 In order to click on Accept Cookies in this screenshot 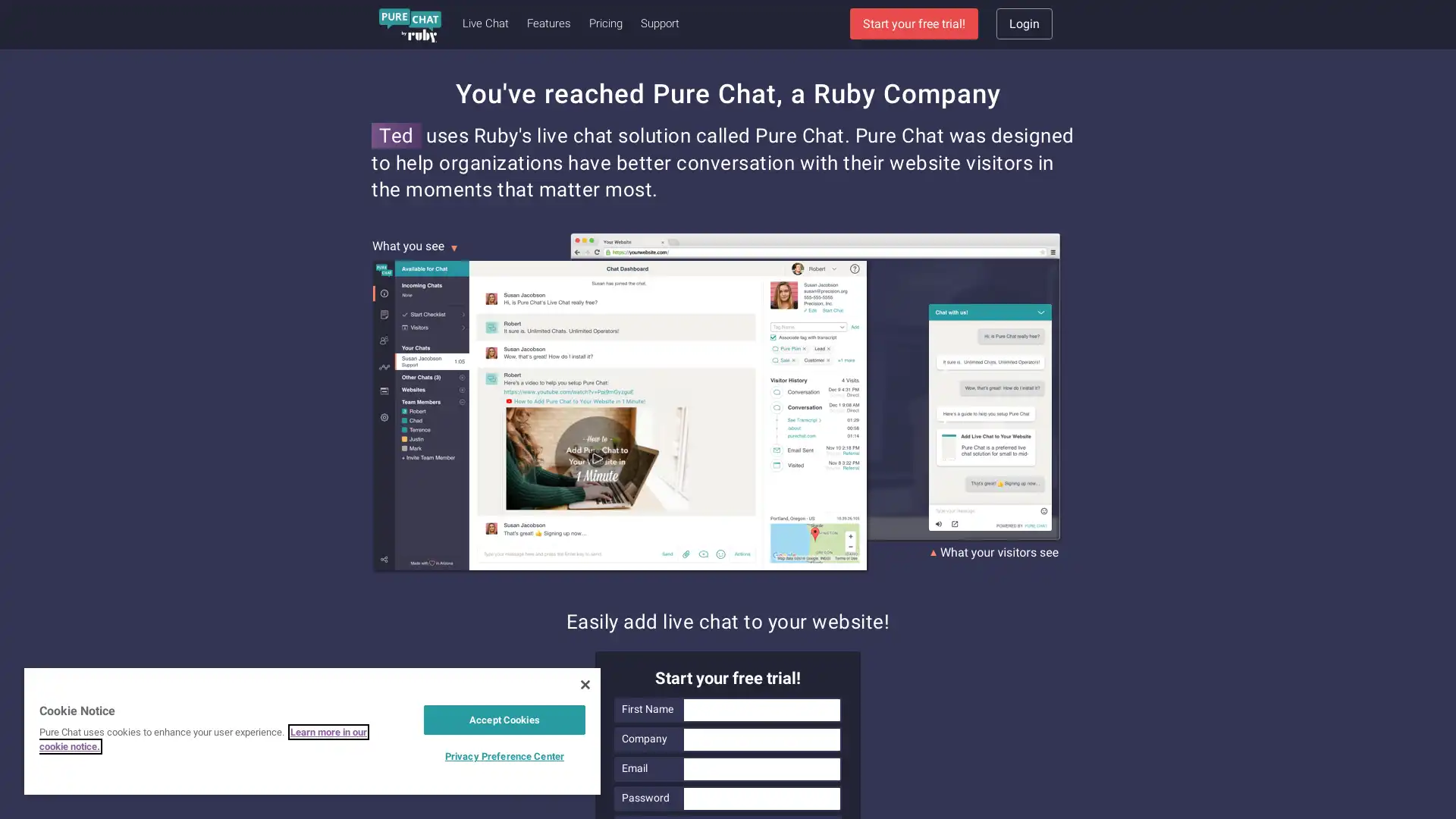, I will do `click(504, 718)`.